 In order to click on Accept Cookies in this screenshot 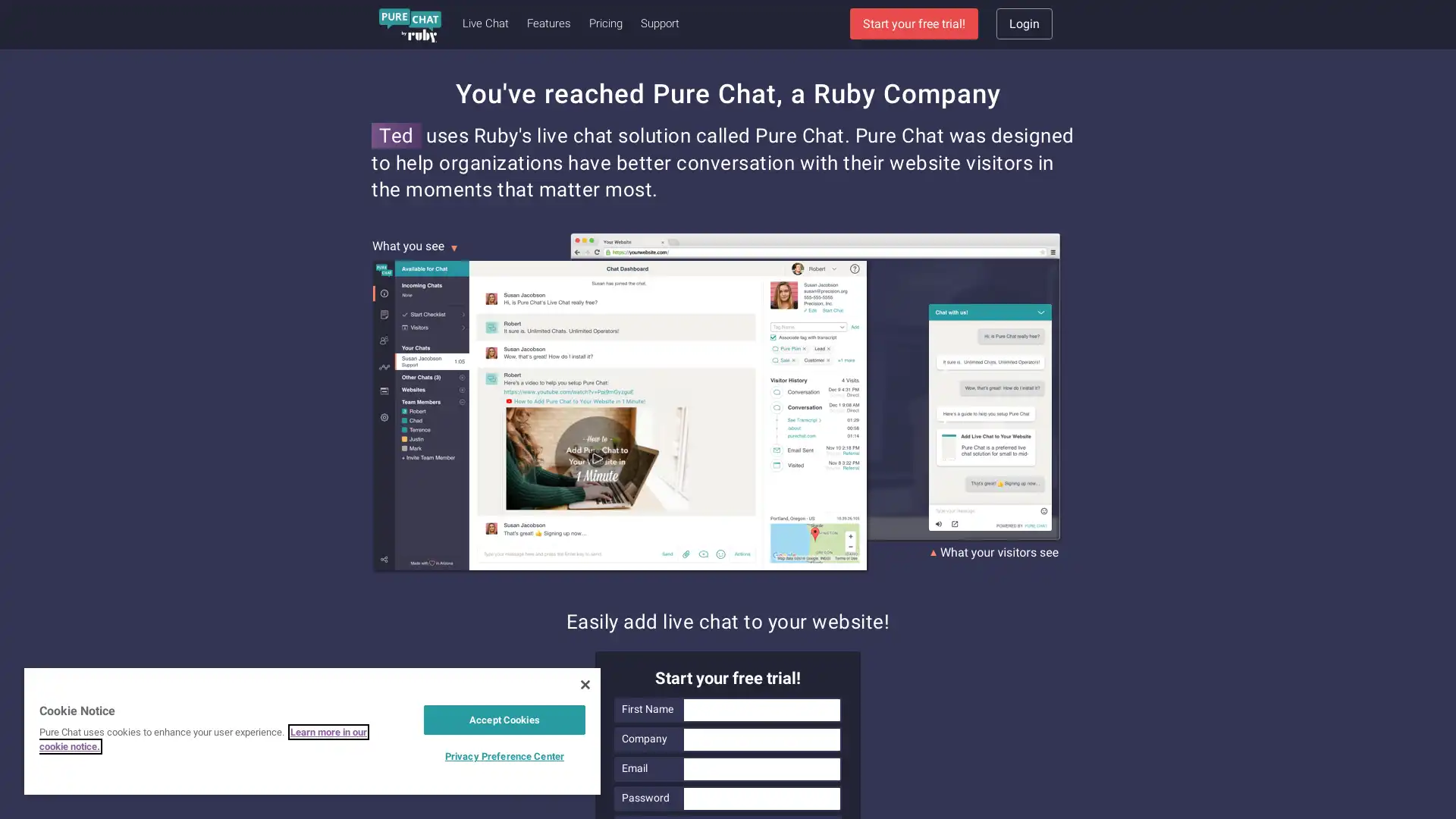, I will do `click(504, 718)`.